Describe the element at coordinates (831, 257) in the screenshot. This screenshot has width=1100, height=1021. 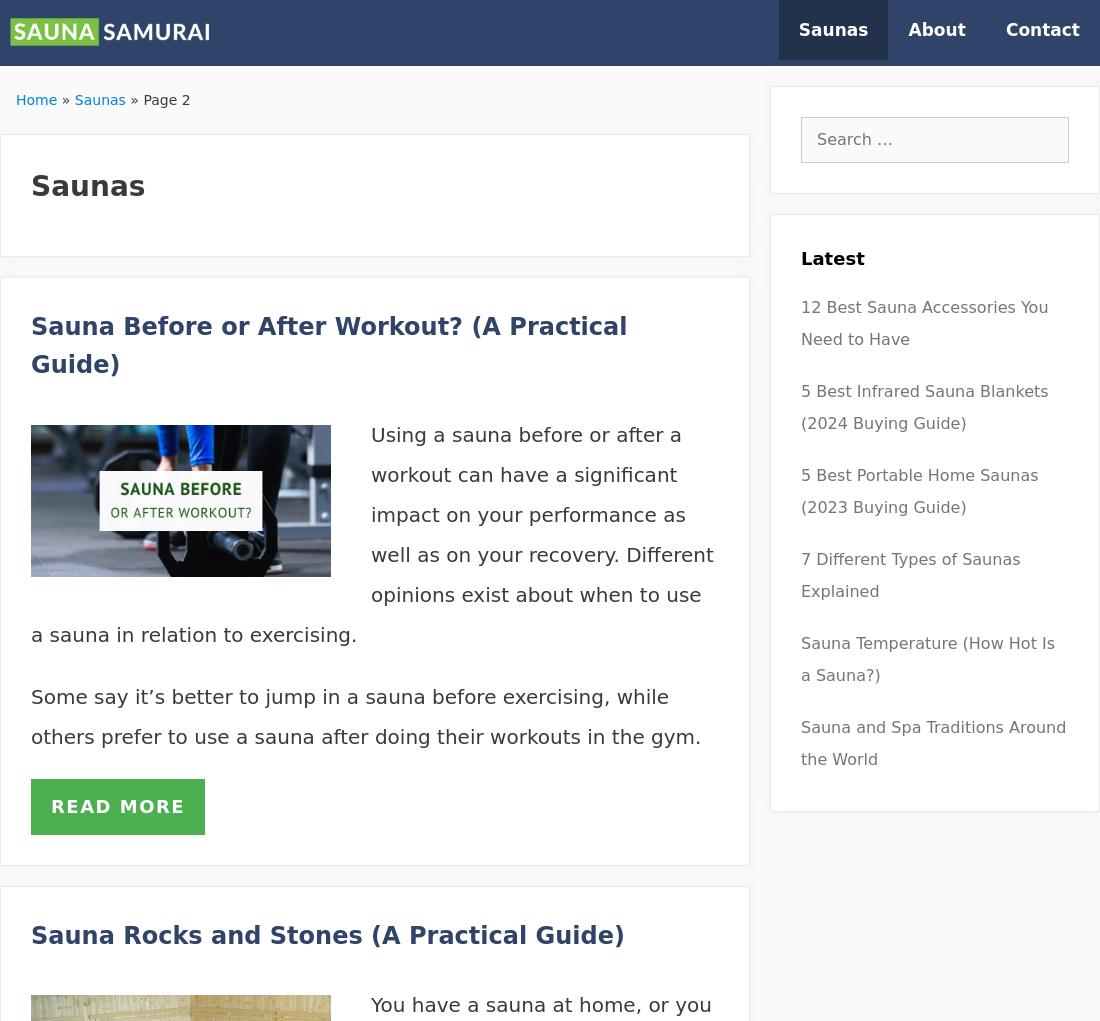
I see `'Latest'` at that location.